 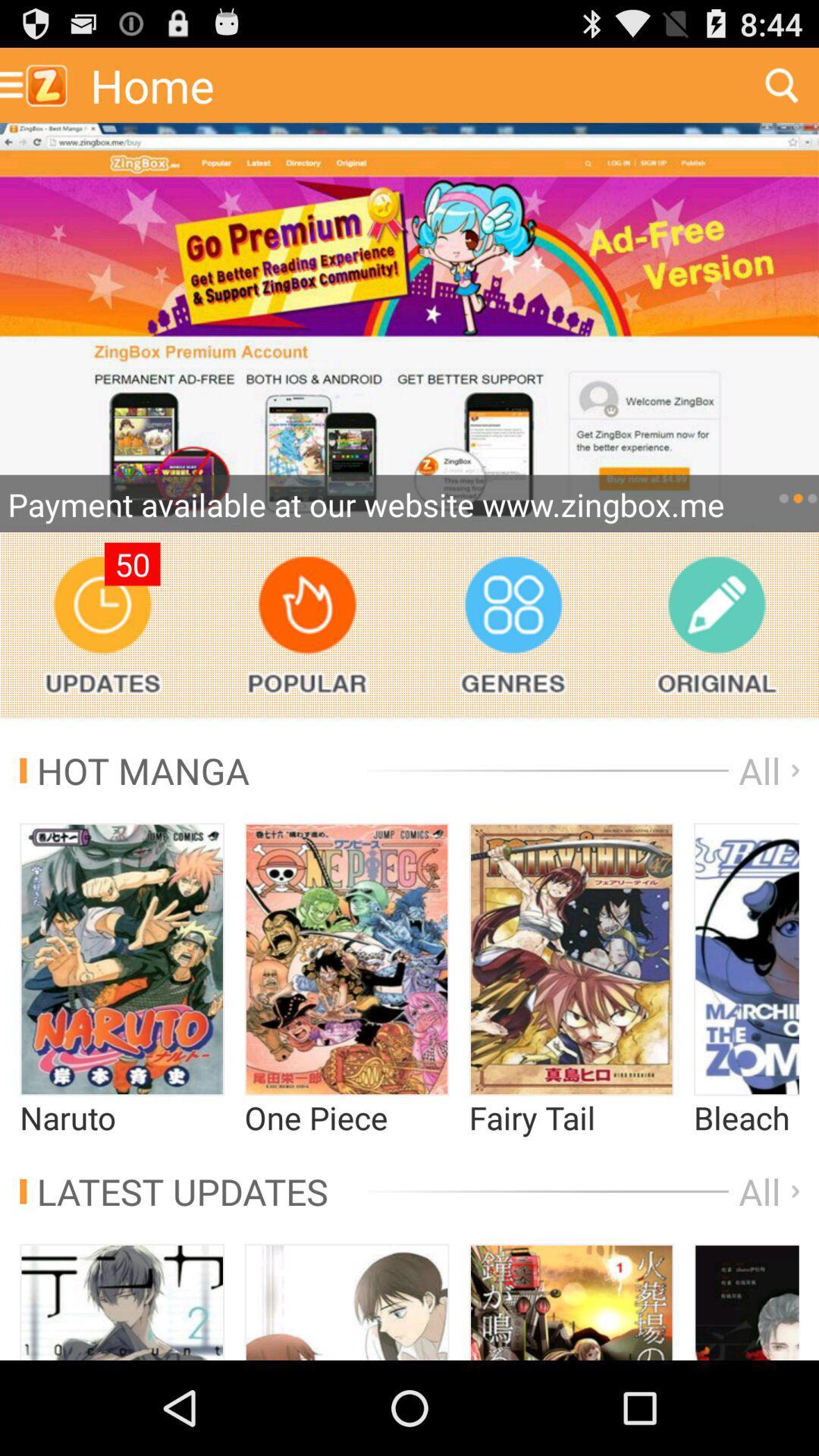 What do you see at coordinates (102, 625) in the screenshot?
I see `read updates` at bounding box center [102, 625].